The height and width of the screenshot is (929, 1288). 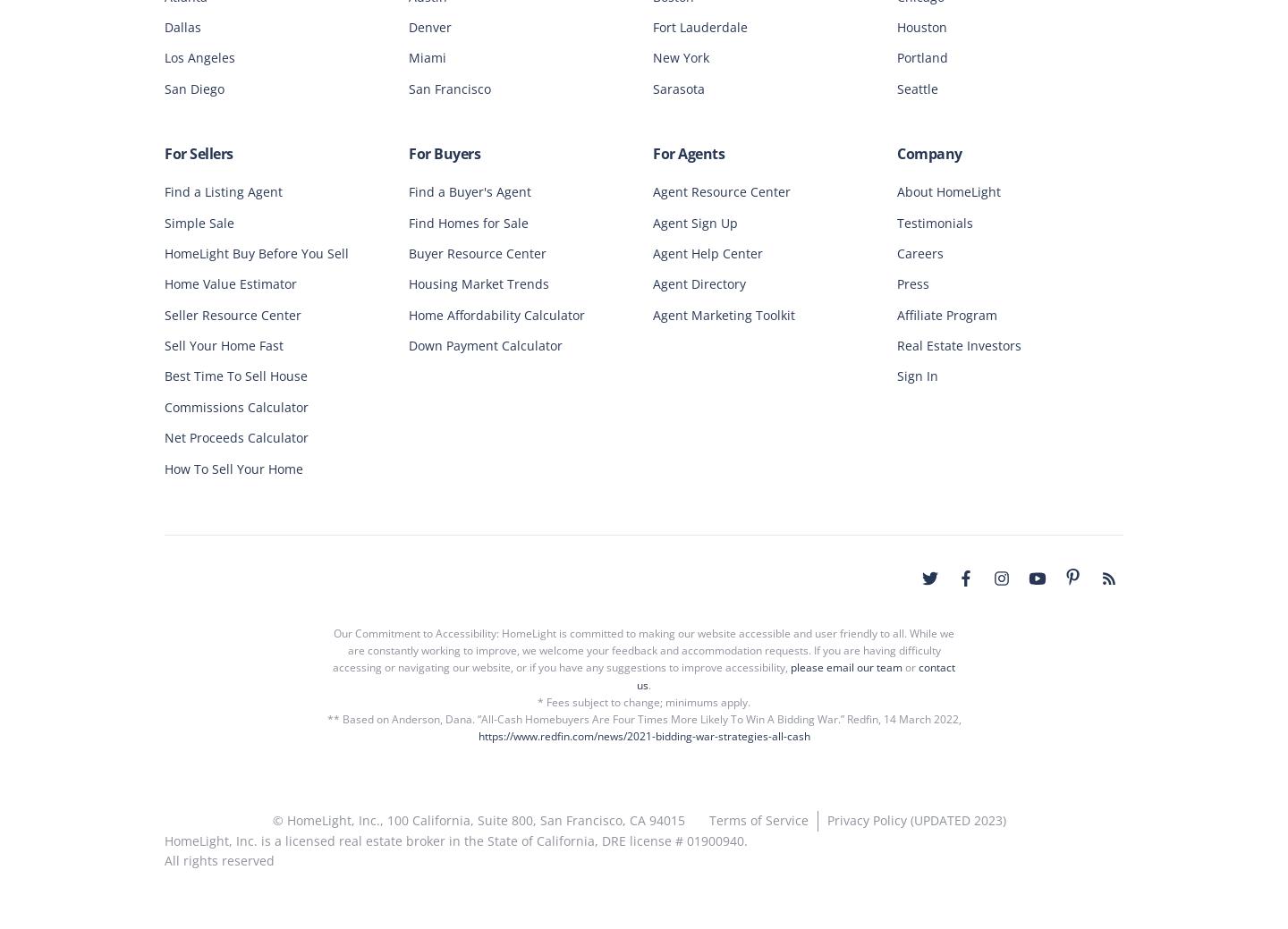 I want to click on 'San Diego', so click(x=194, y=86).